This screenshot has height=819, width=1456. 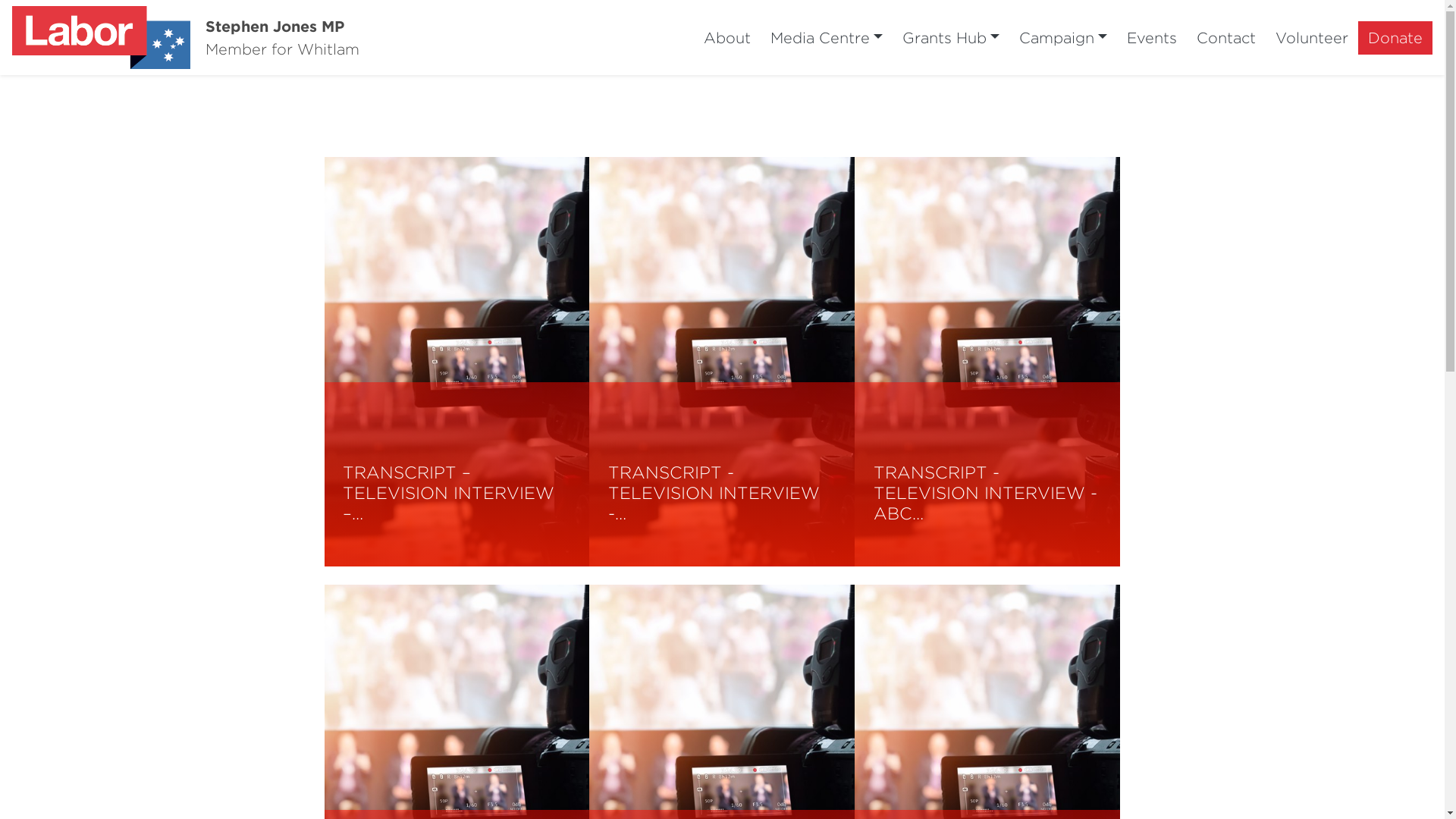 What do you see at coordinates (1395, 37) in the screenshot?
I see `'Donate'` at bounding box center [1395, 37].